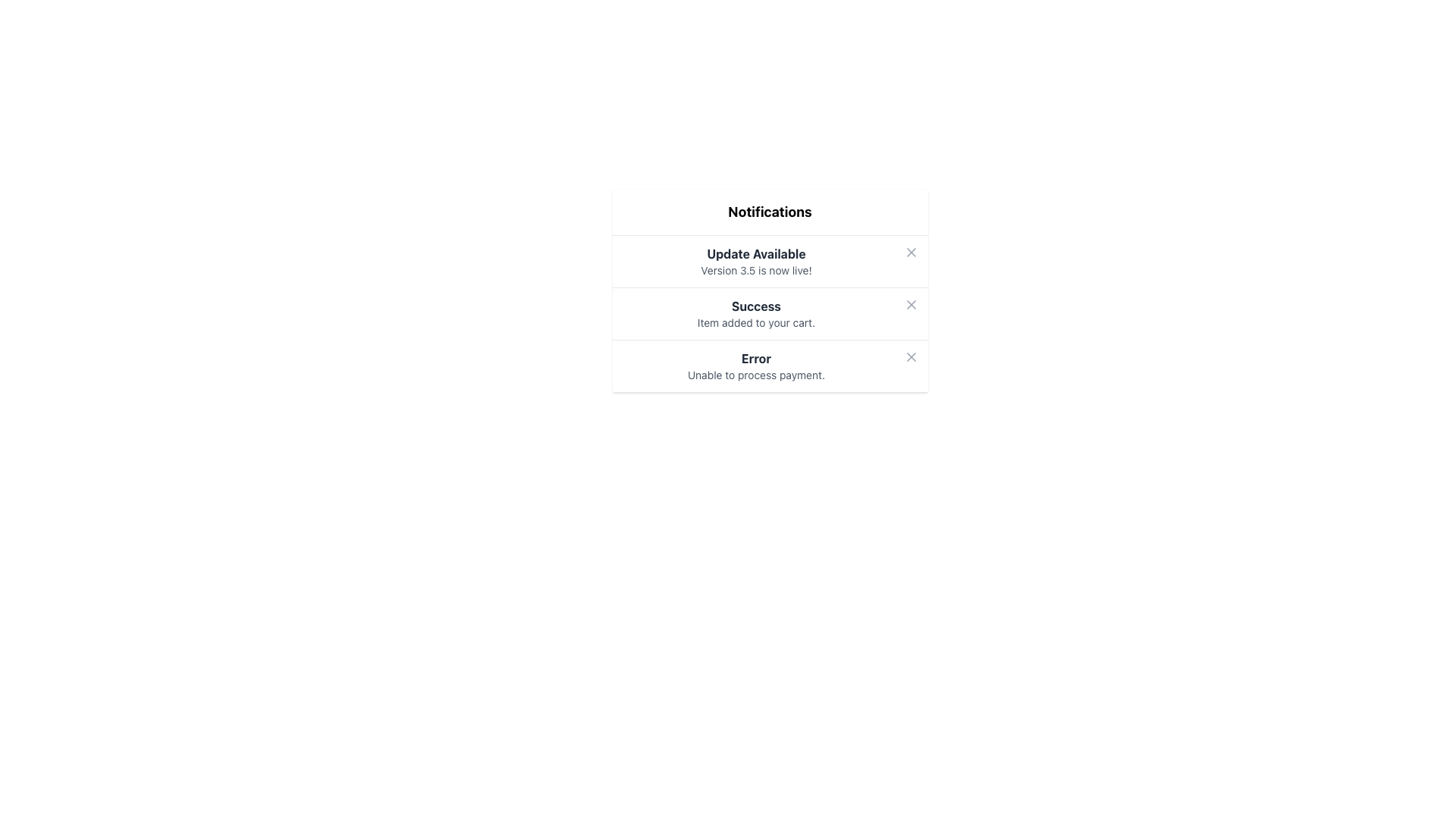 This screenshot has width=1456, height=819. I want to click on the text element that reads 'Item added to your cart.' located directly below the 'Success' header in the notification interface, so click(756, 322).